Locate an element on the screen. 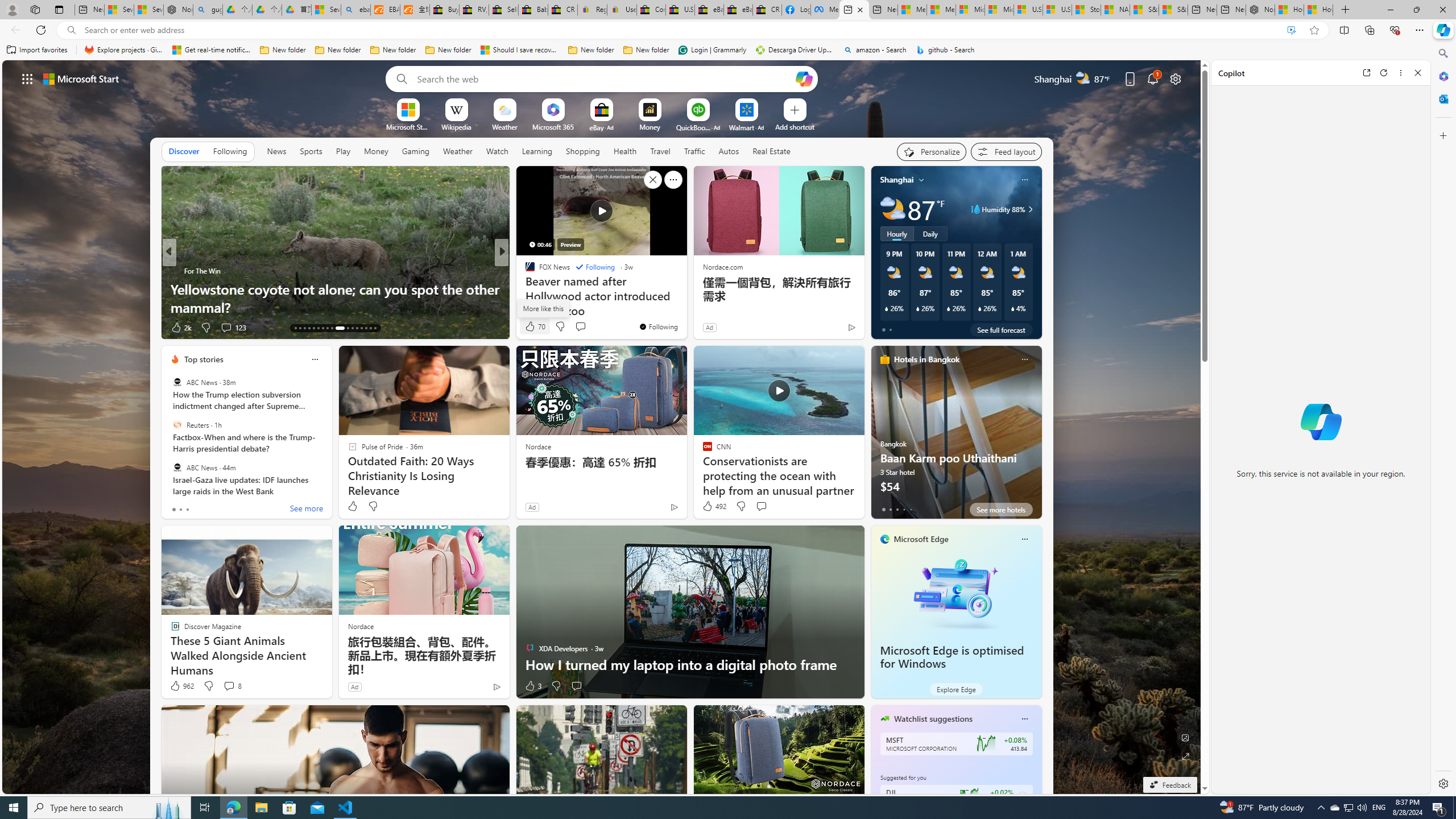 The width and height of the screenshot is (1456, 819). 'Shopping' is located at coordinates (582, 150).